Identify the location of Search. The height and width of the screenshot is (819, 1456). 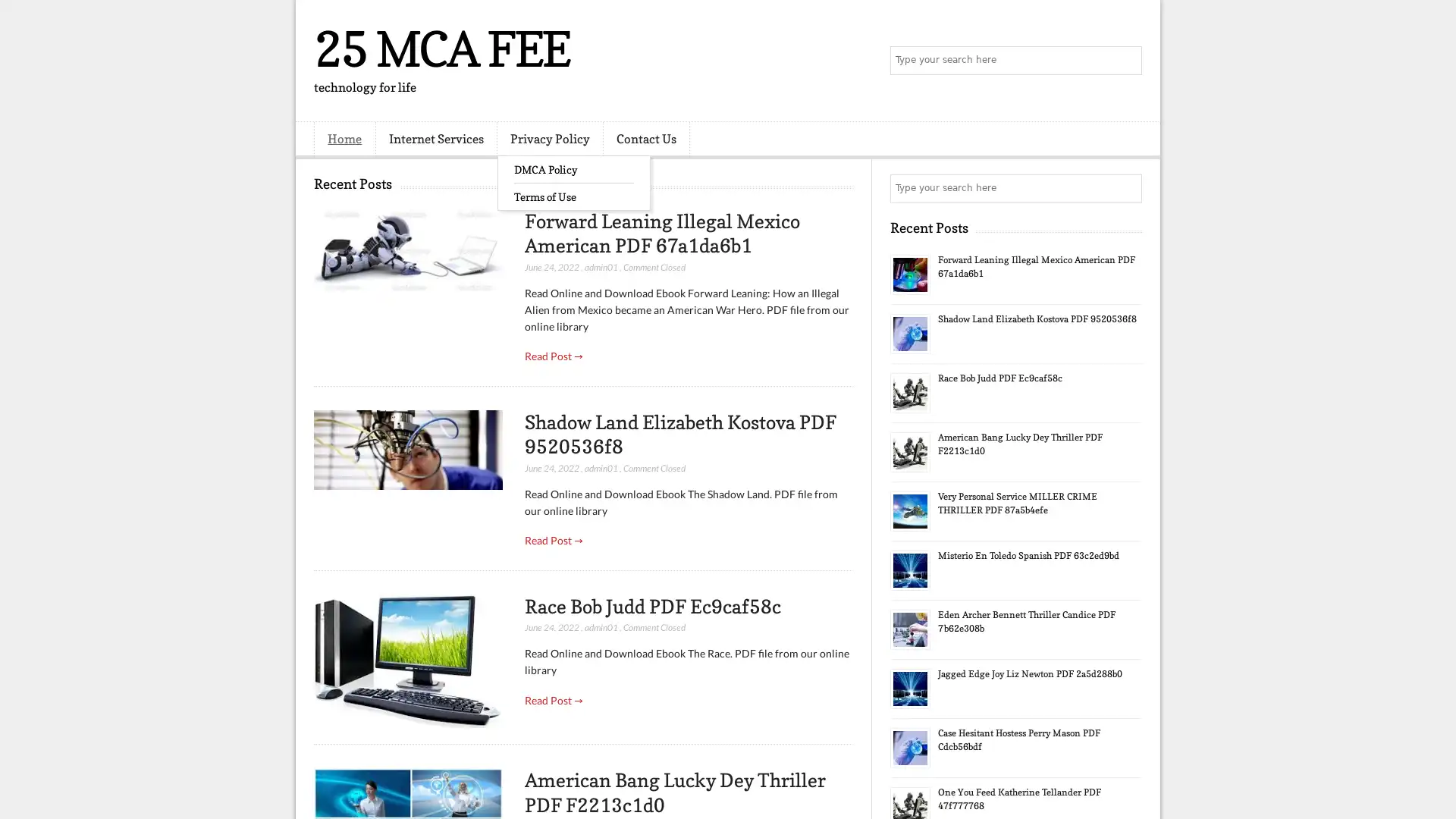
(1126, 188).